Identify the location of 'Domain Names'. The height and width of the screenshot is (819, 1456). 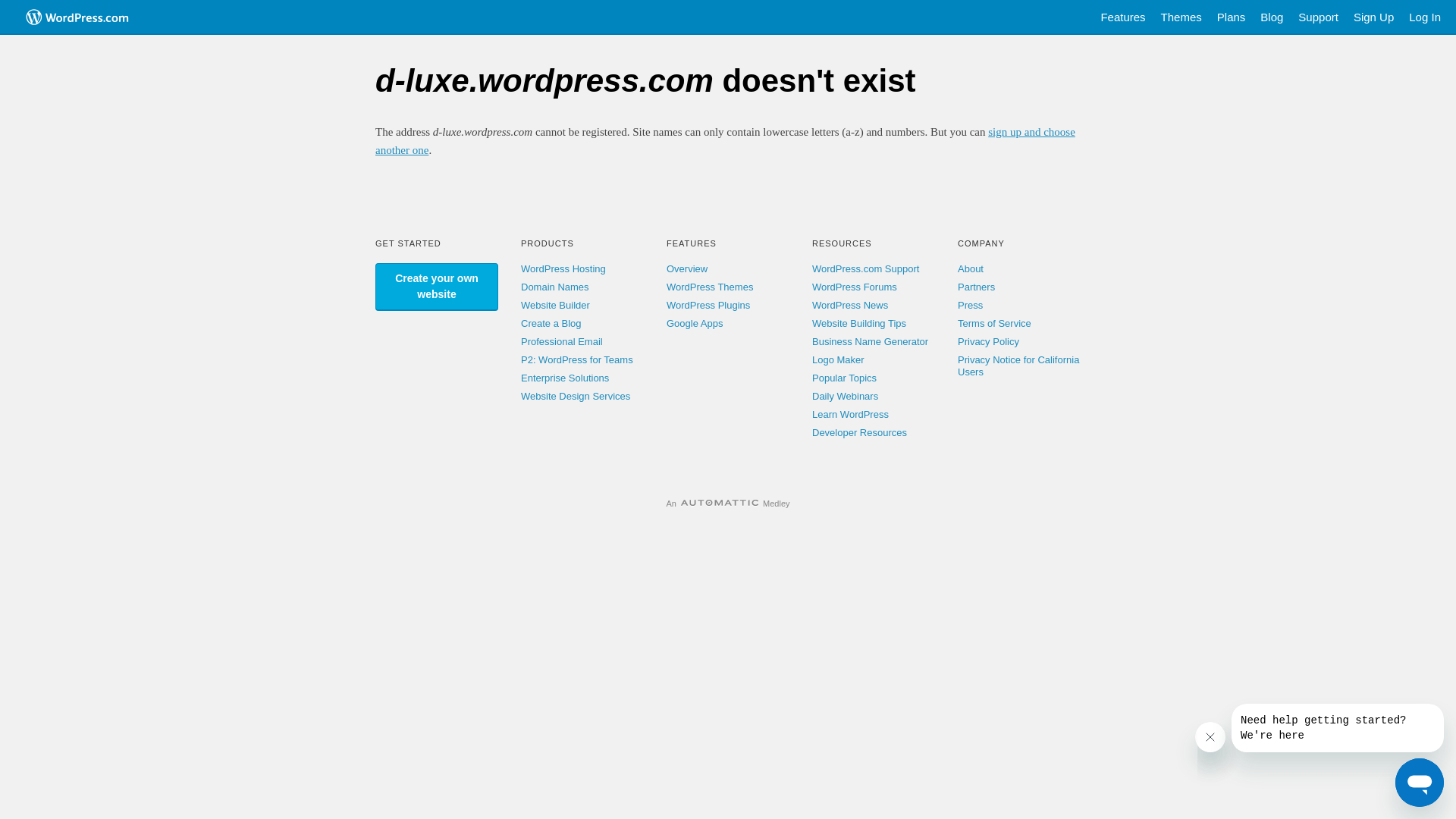
(554, 287).